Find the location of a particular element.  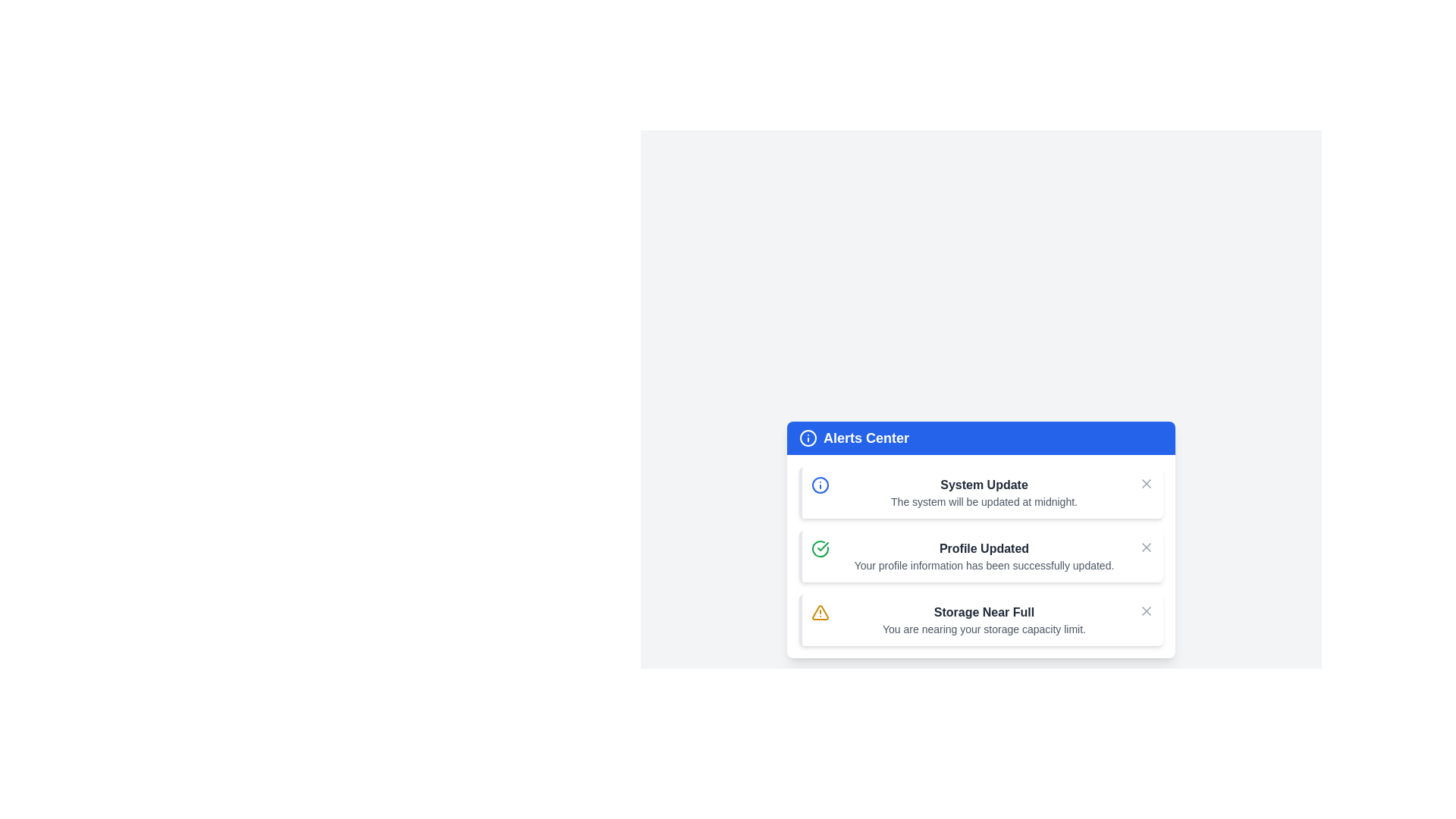

the filled circular graphic component with a blue border and white fill, located within the 'System Update' alert card is located at coordinates (819, 485).